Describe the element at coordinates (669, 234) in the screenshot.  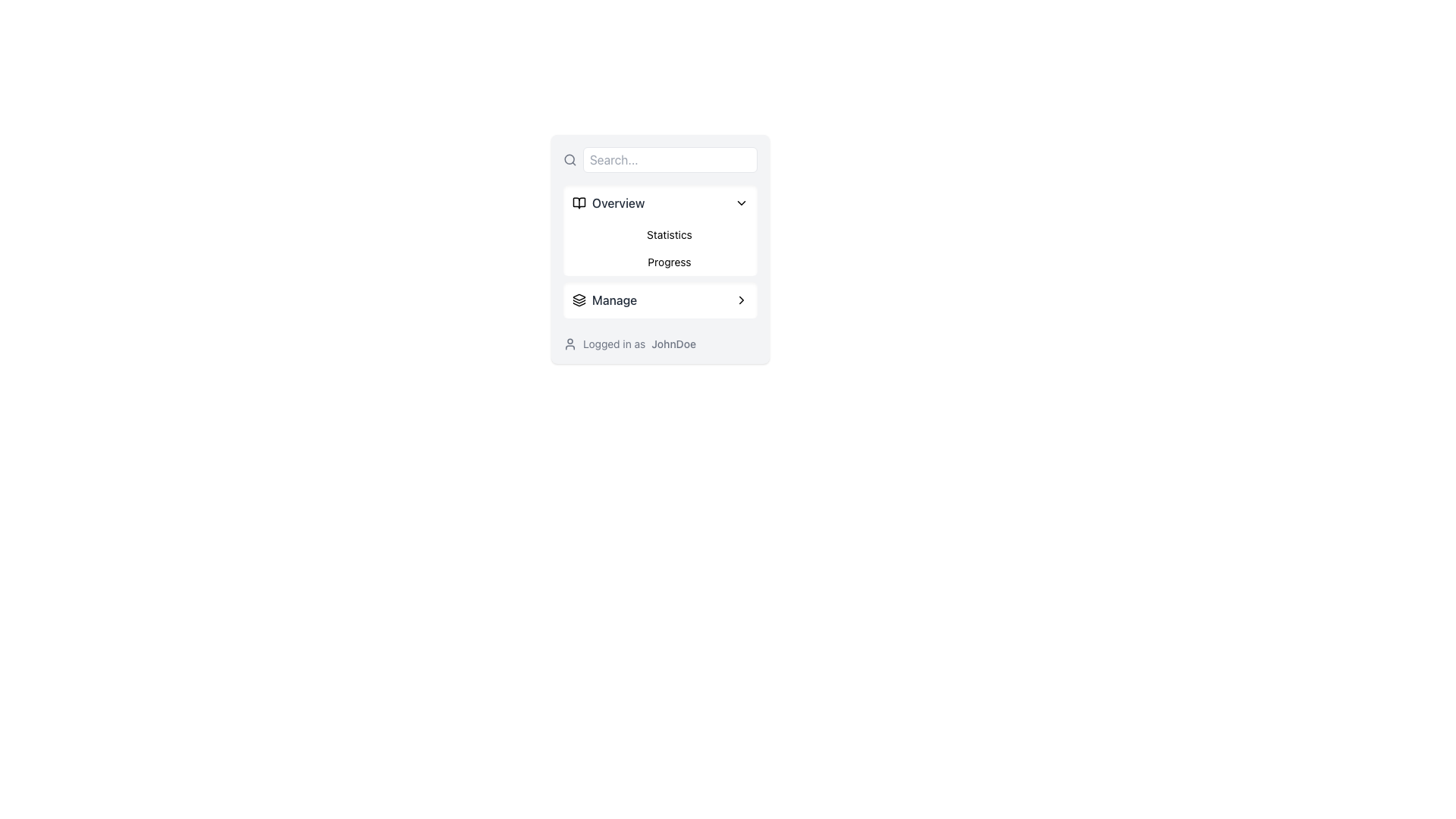
I see `the text label within the 'Overview' dropdown menu` at that location.